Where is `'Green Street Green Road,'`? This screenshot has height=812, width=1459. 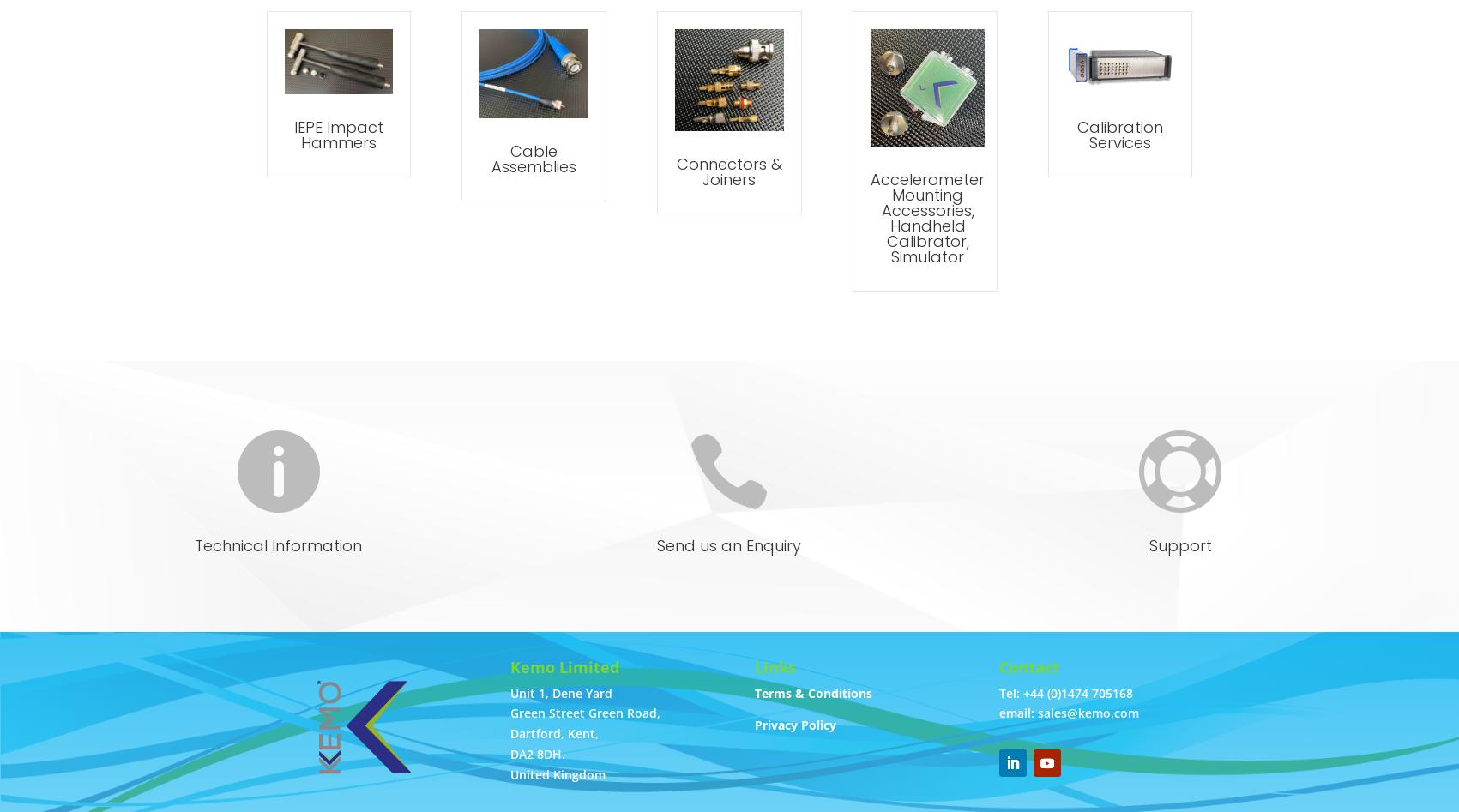 'Green Street Green Road,' is located at coordinates (584, 713).